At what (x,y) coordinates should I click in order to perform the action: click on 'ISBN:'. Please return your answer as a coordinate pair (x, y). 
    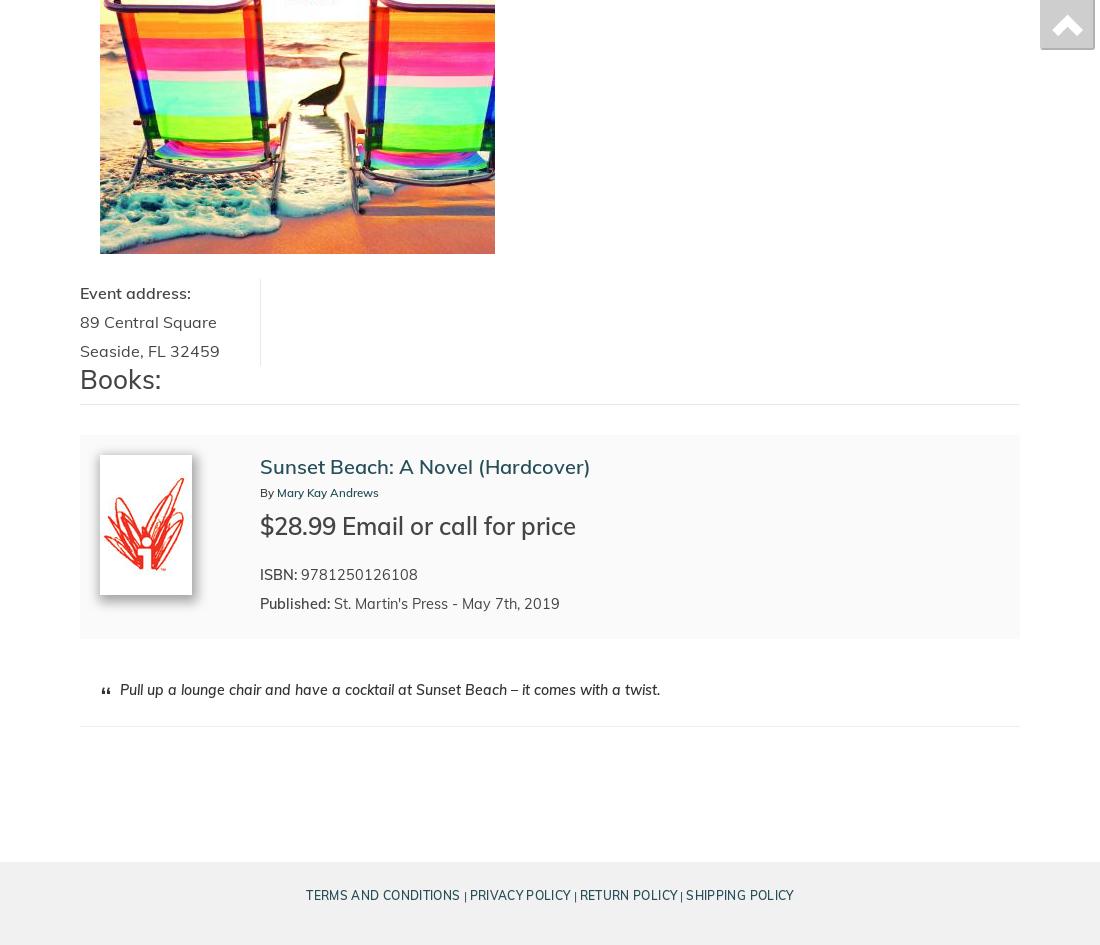
    Looking at the image, I should click on (277, 573).